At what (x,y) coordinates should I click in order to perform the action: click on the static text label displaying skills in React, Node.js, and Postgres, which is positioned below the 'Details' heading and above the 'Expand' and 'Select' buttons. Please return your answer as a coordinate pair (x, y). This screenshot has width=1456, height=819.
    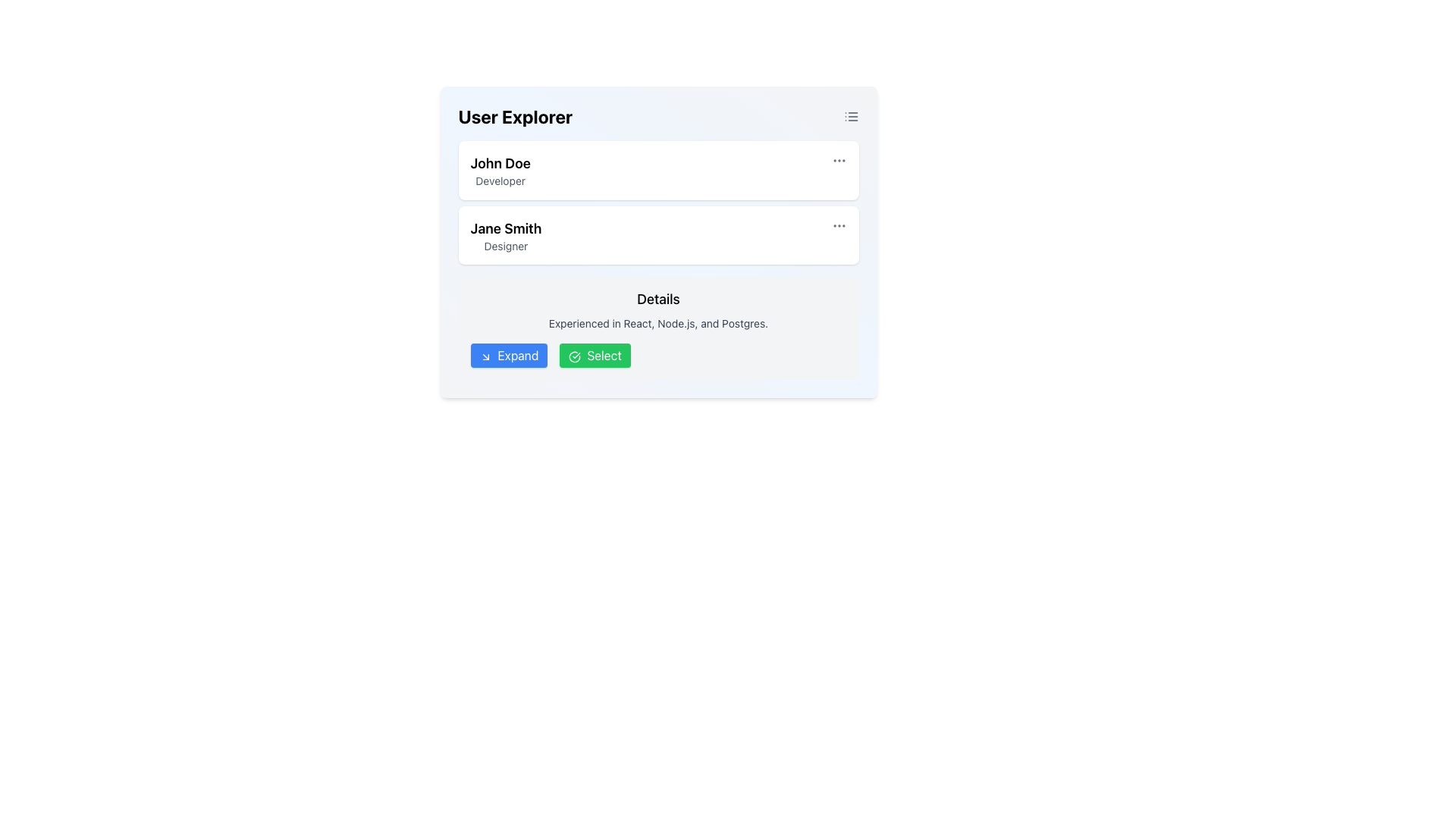
    Looking at the image, I should click on (658, 323).